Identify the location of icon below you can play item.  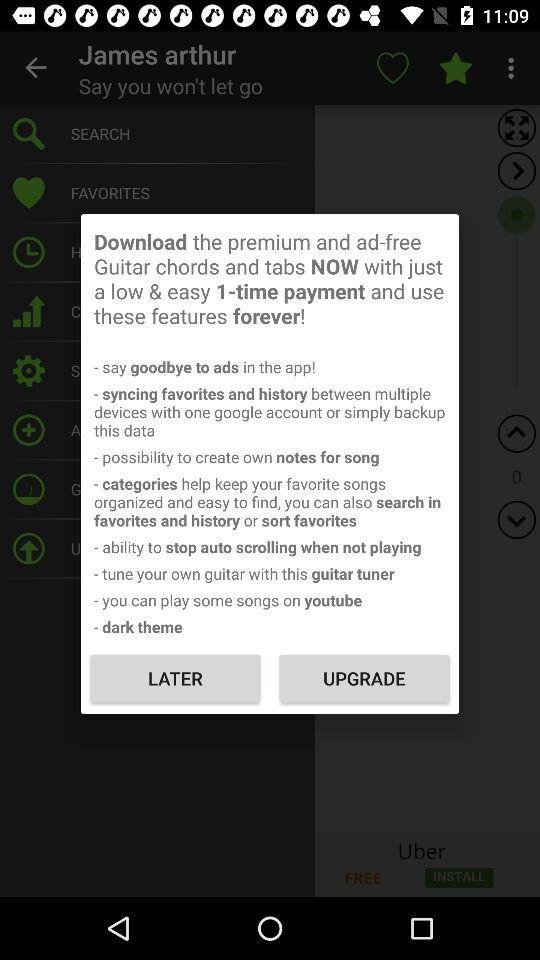
(363, 678).